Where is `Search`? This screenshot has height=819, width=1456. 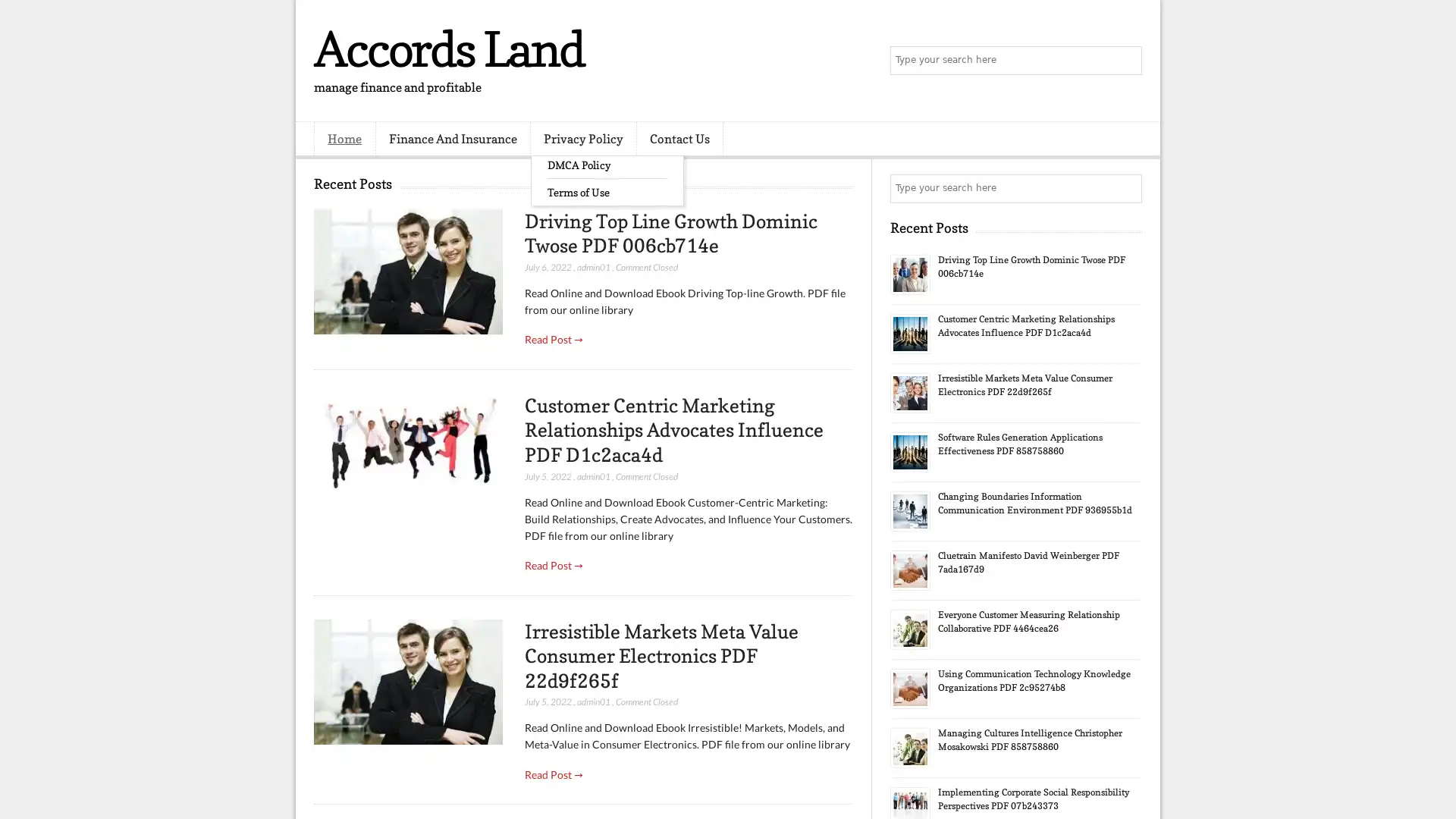 Search is located at coordinates (1126, 188).